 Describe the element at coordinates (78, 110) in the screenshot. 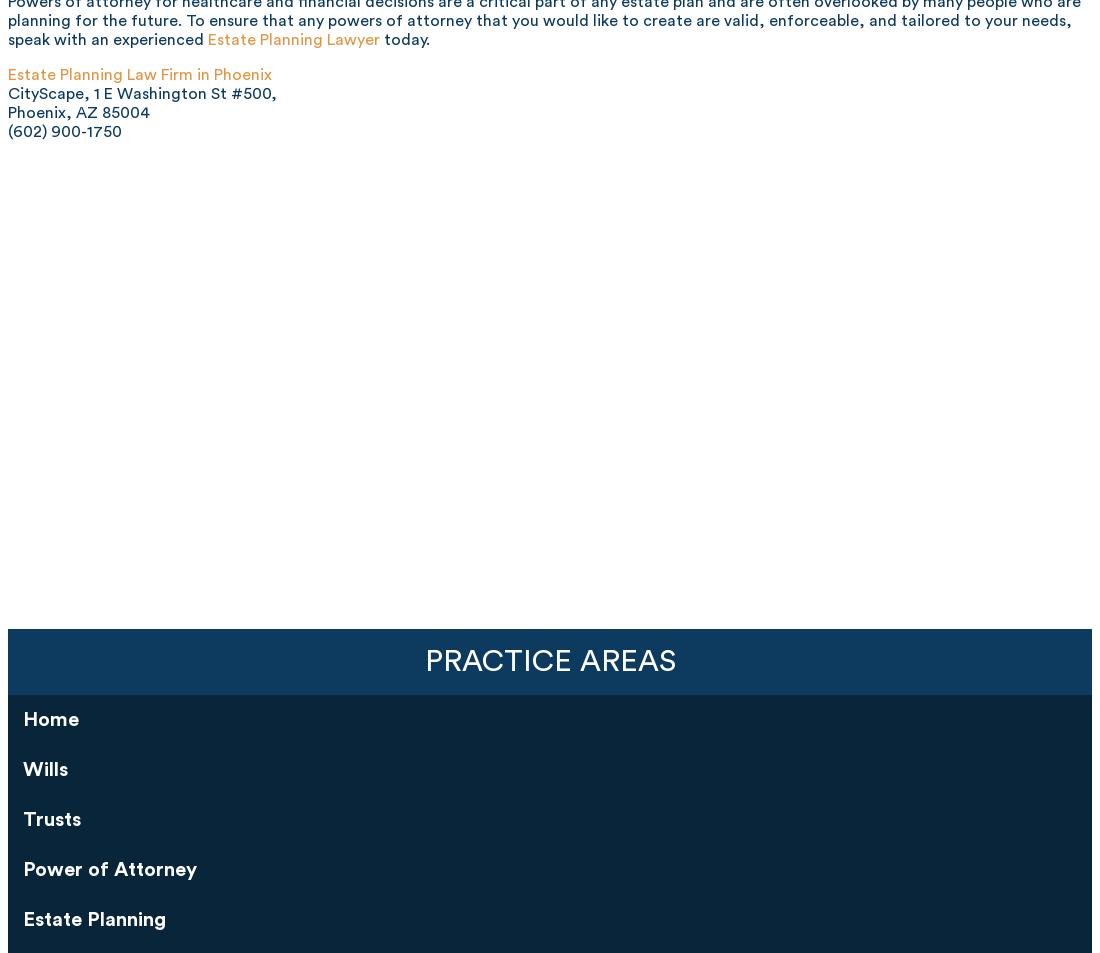

I see `'Phoenix, AZ 85004'` at that location.